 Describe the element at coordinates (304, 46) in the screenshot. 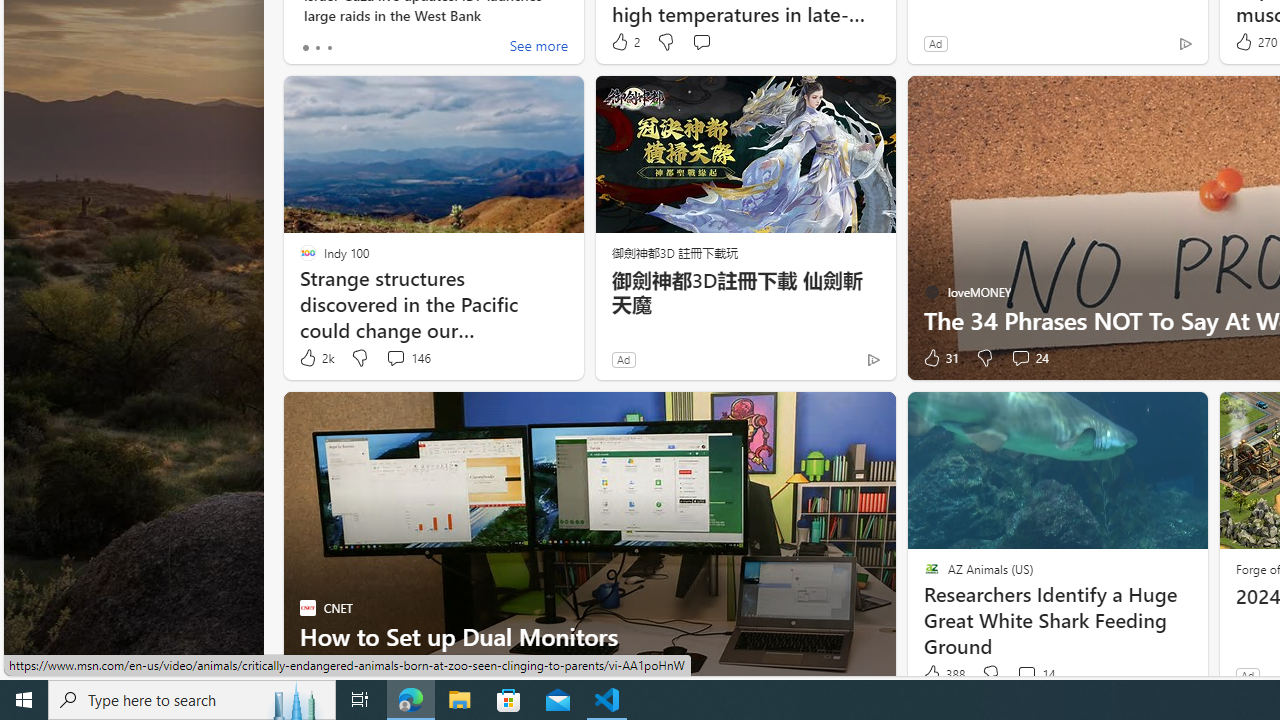

I see `'tab-0'` at that location.